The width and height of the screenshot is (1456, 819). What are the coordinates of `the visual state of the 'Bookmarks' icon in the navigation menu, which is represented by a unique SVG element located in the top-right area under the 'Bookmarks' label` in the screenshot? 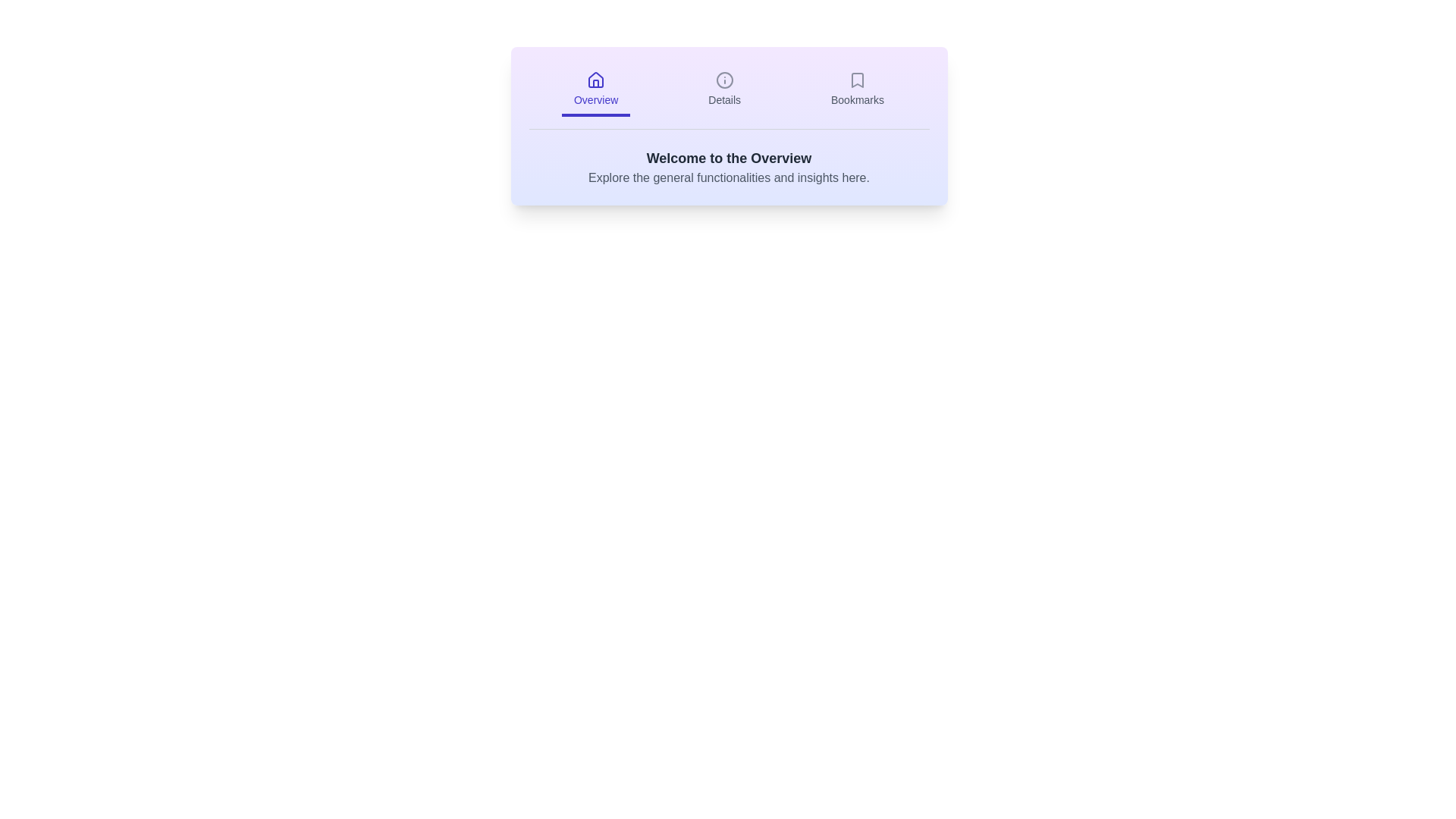 It's located at (858, 80).